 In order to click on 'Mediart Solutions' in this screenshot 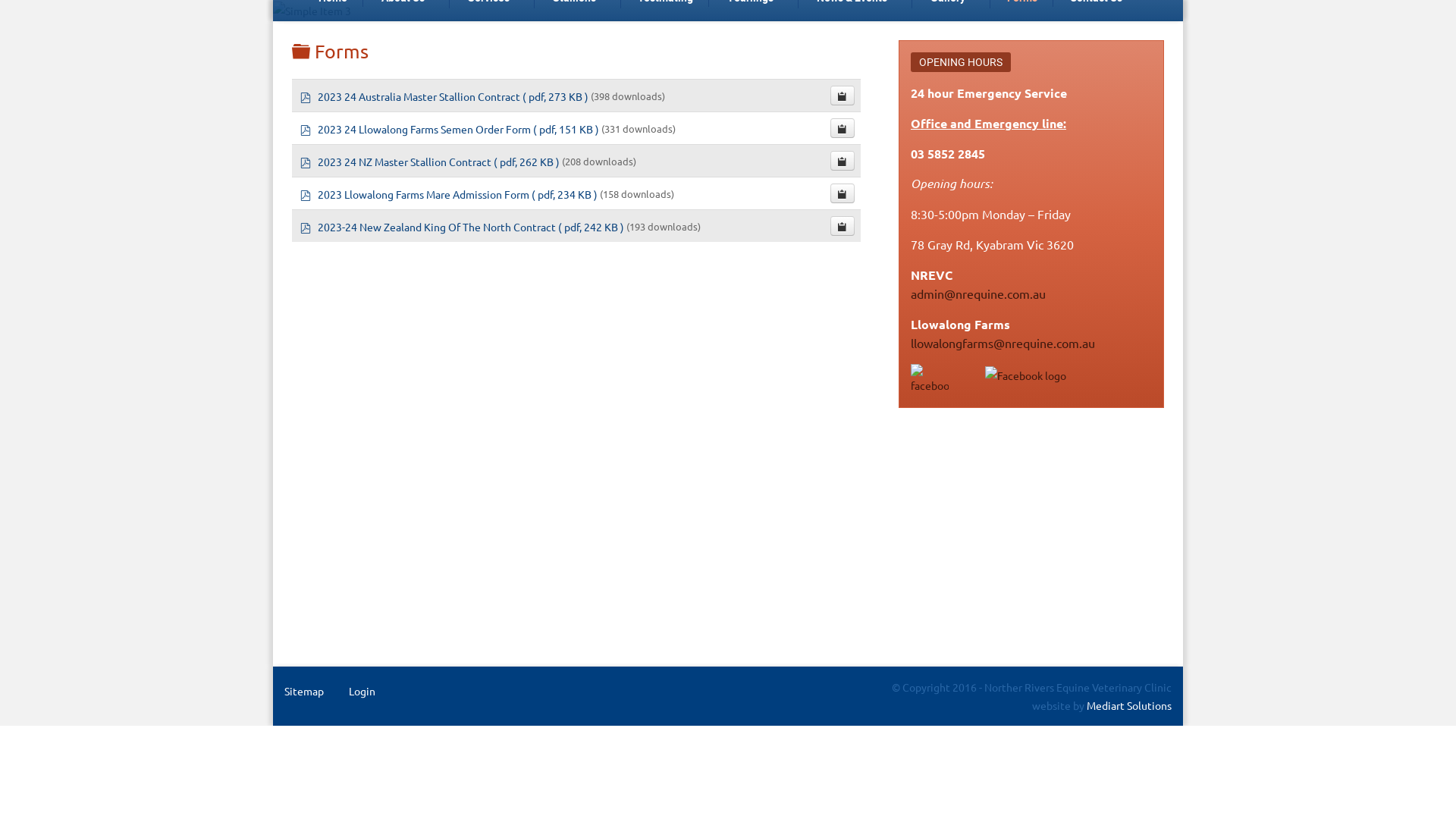, I will do `click(1128, 704)`.